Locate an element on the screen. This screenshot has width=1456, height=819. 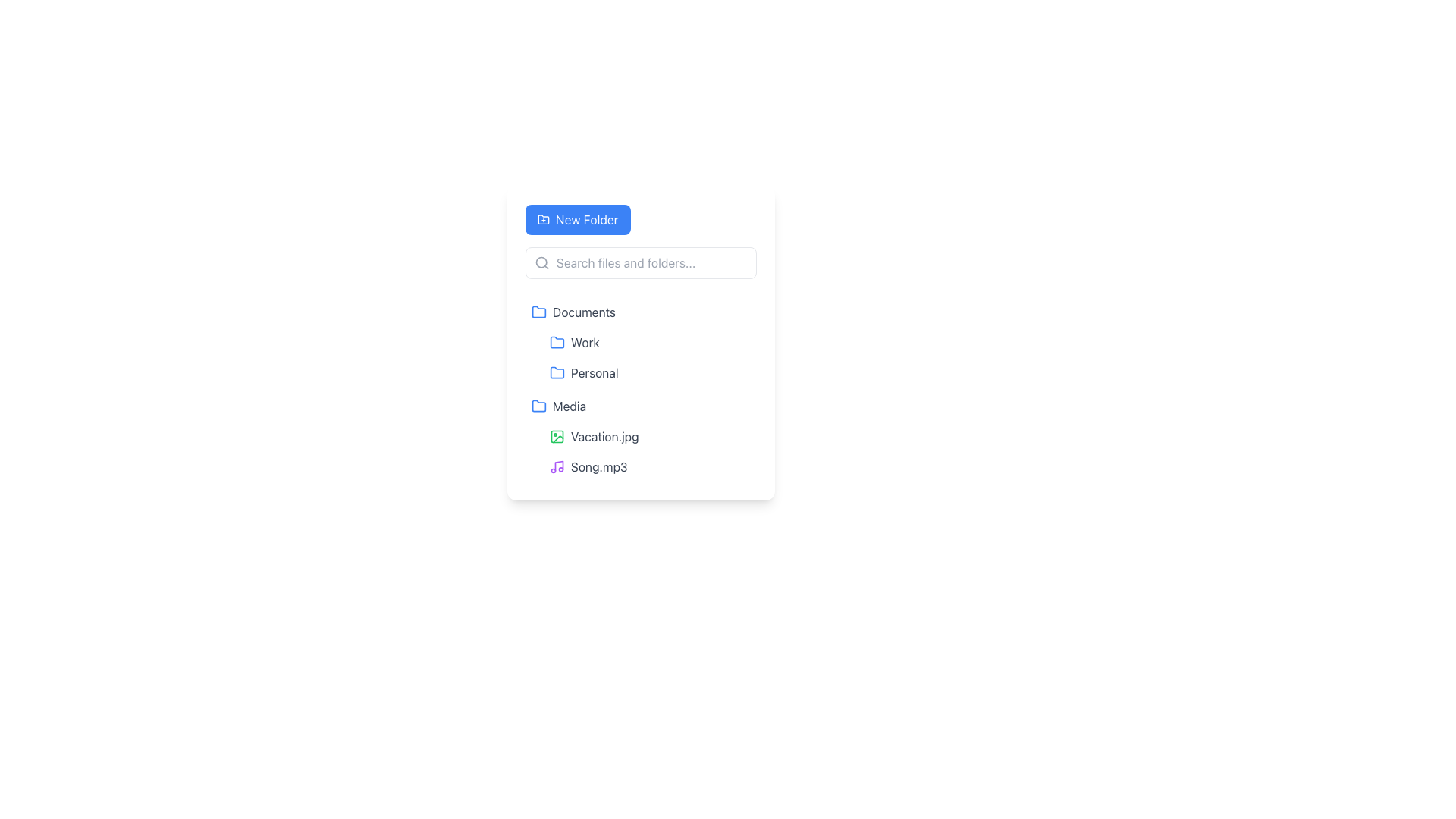
text label displaying 'Work' which is located in the second row of the folder list, next to a blue folder icon, below the 'Documents' folder is located at coordinates (584, 342).